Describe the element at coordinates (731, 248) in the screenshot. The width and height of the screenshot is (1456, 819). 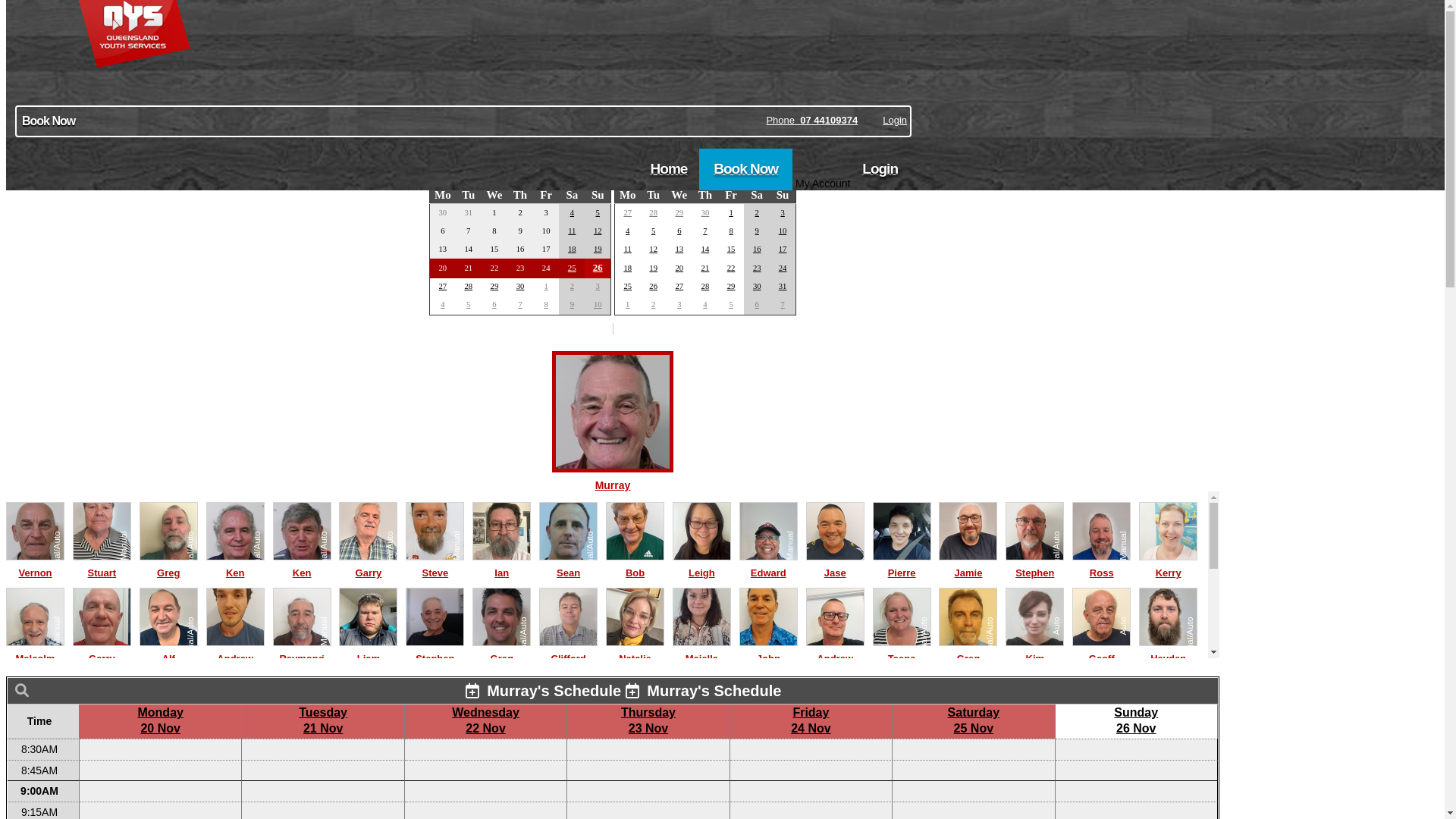
I see `'15'` at that location.